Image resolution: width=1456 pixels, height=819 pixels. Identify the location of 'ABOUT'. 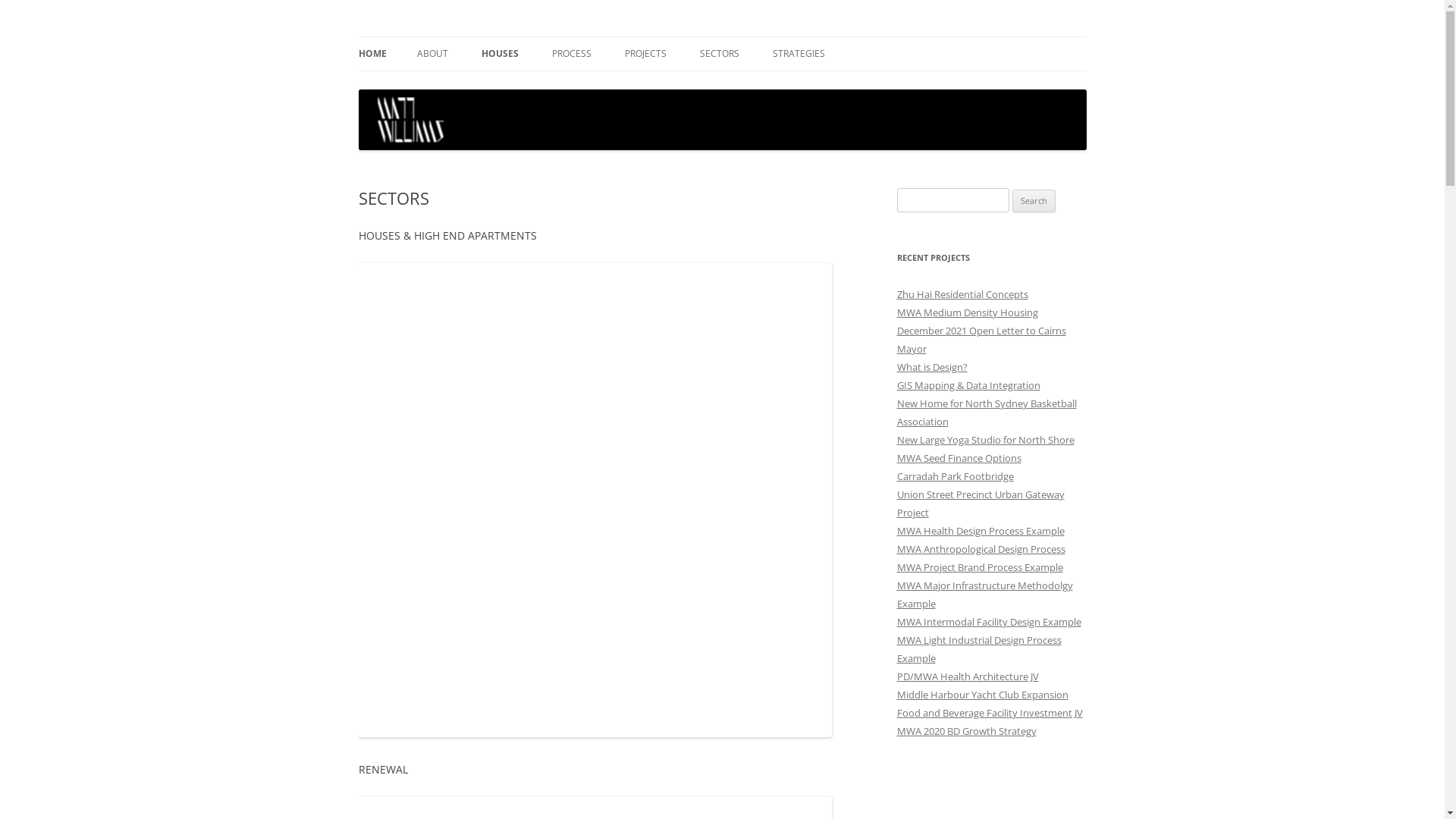
(431, 52).